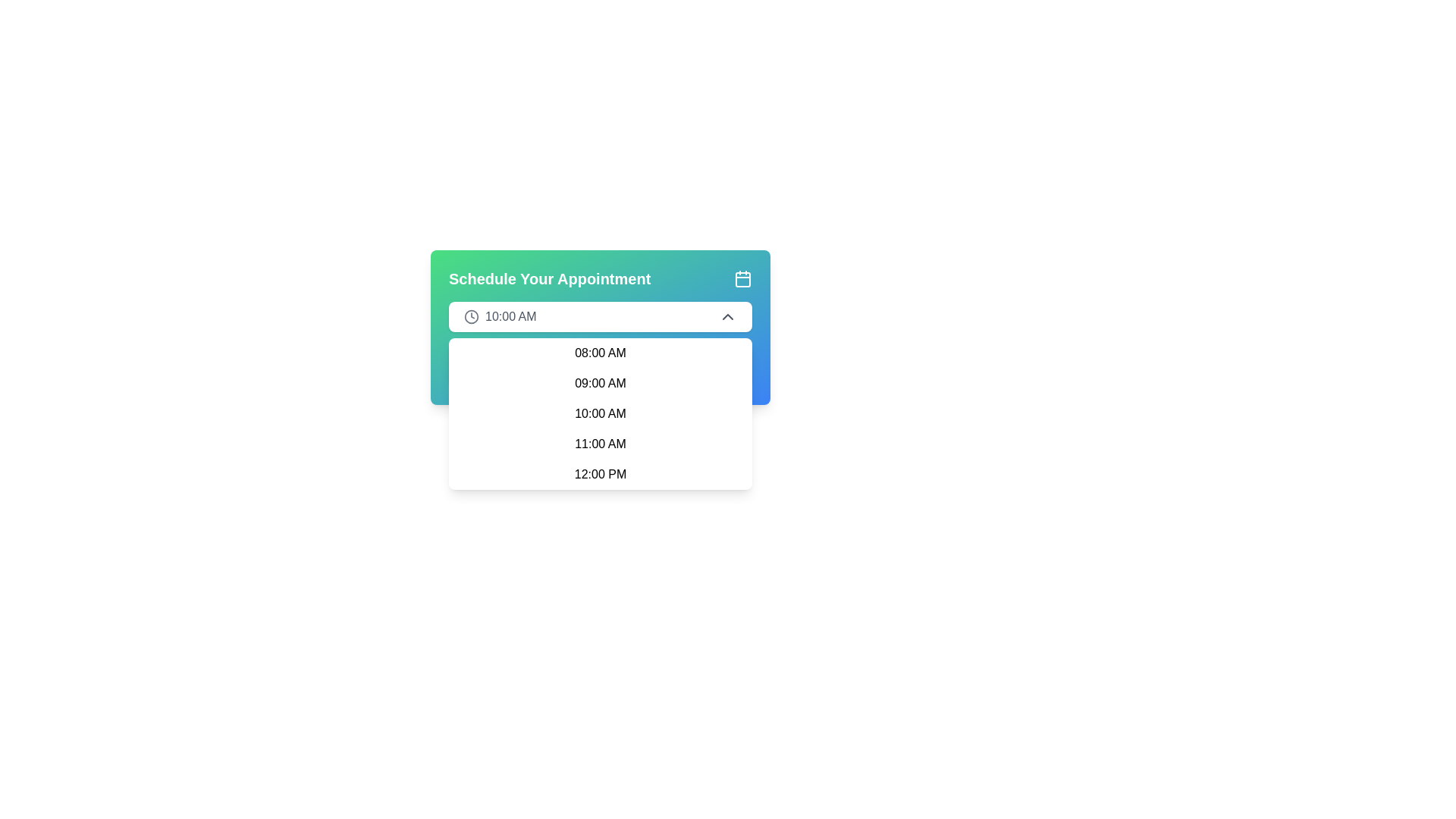  I want to click on the circular SVG graphic element that is part of the clock icon, located on the left side of the time selection field in the 'Schedule Your Appointment' area, so click(471, 315).